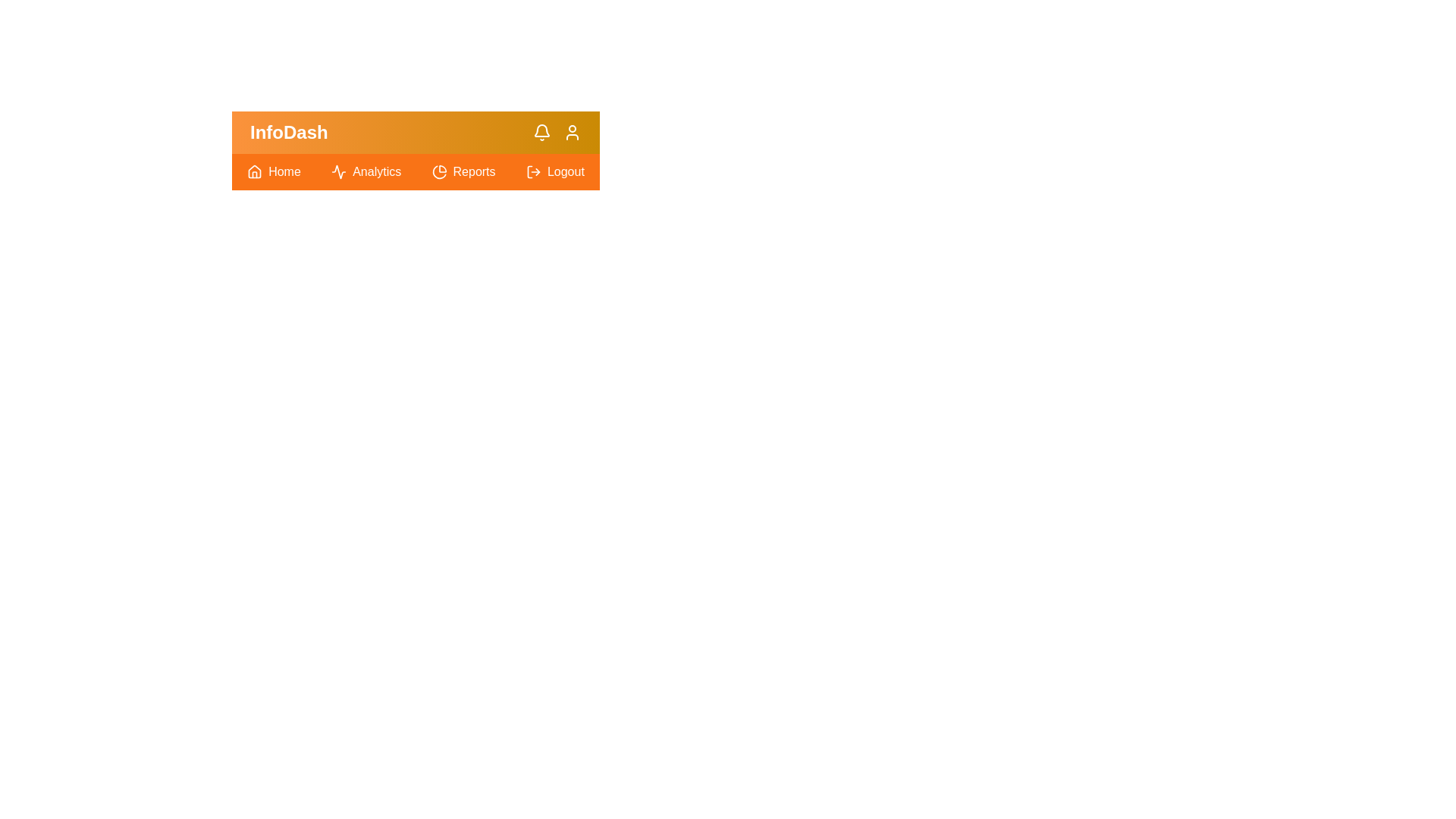  I want to click on the notification icon to view alerts, so click(542, 131).